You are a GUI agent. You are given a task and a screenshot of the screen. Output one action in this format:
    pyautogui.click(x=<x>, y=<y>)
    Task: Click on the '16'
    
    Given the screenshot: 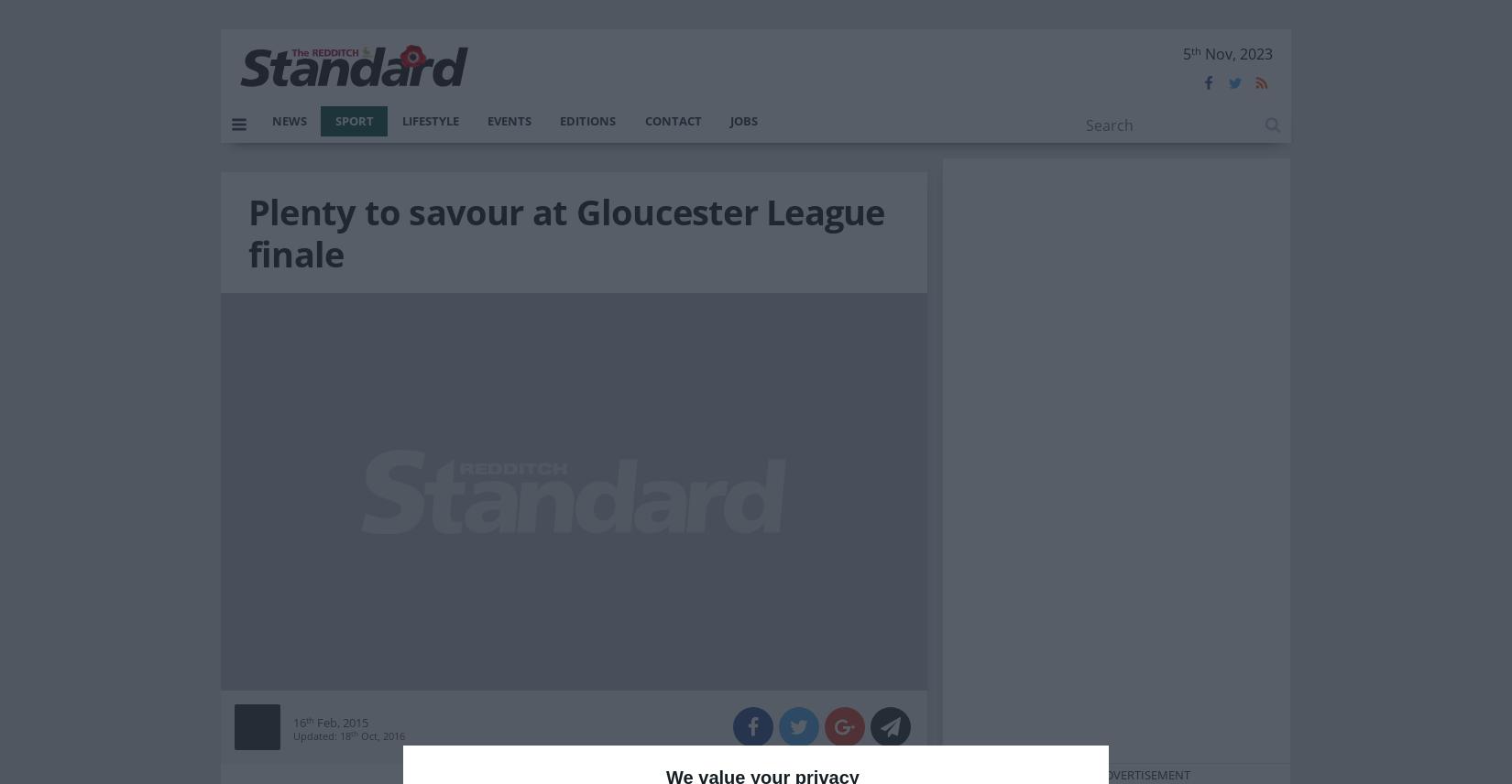 What is the action you would take?
    pyautogui.click(x=299, y=722)
    